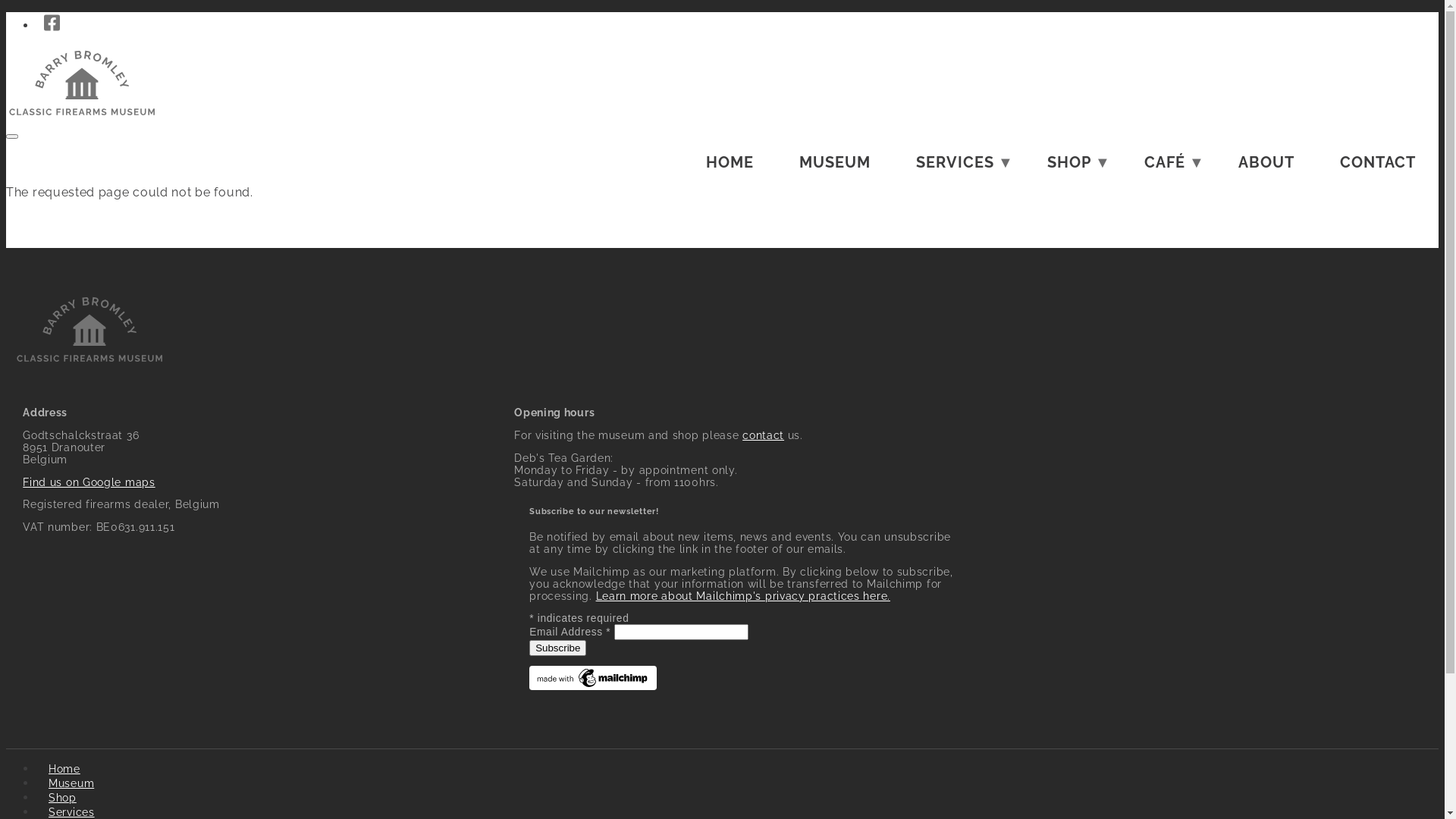  Describe the element at coordinates (1266, 162) in the screenshot. I see `'ABOUT'` at that location.